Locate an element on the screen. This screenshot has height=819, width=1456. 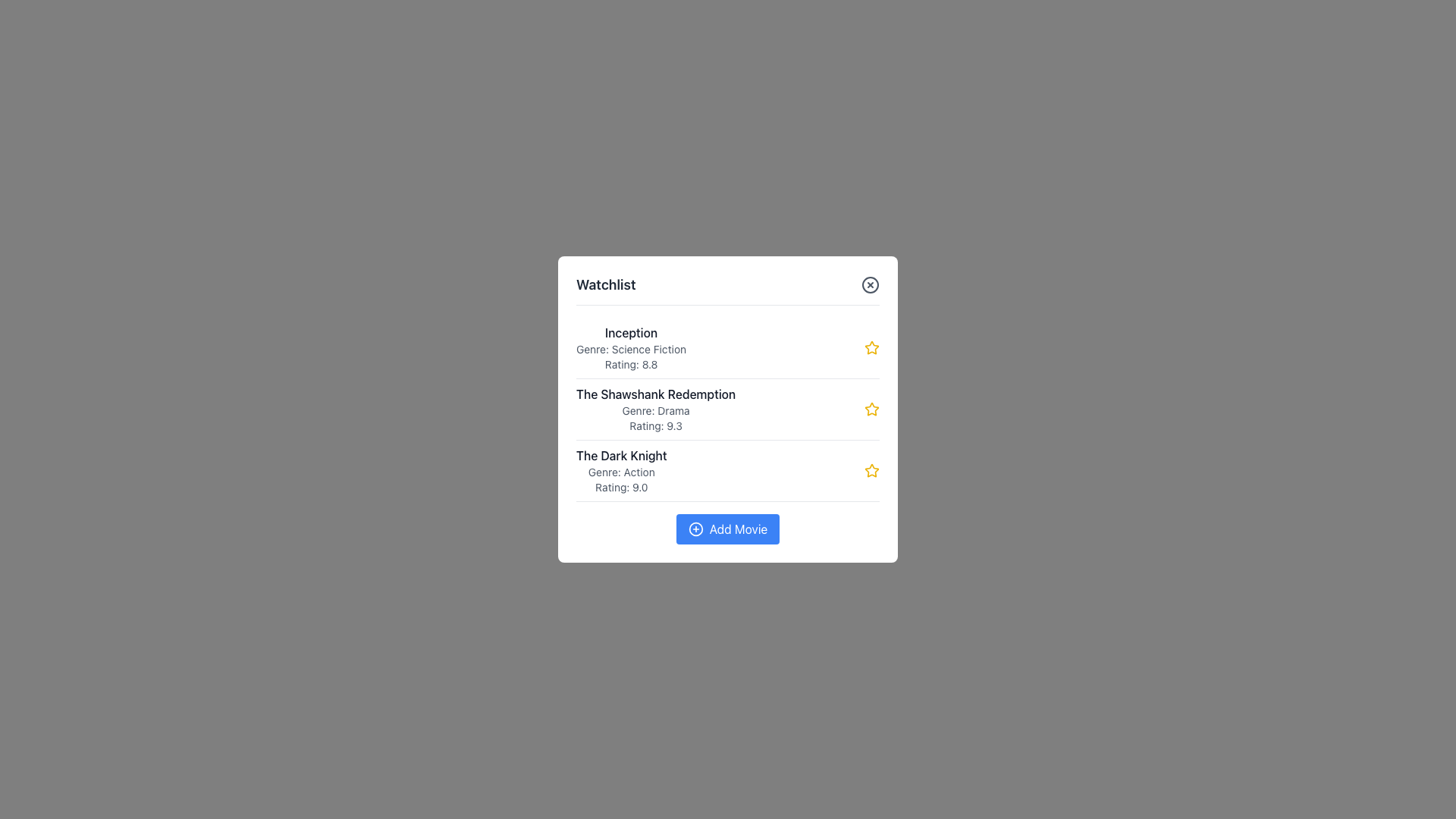
the central circular graphic component that enhances the button's iconography located at the bottom of the interface is located at coordinates (695, 529).